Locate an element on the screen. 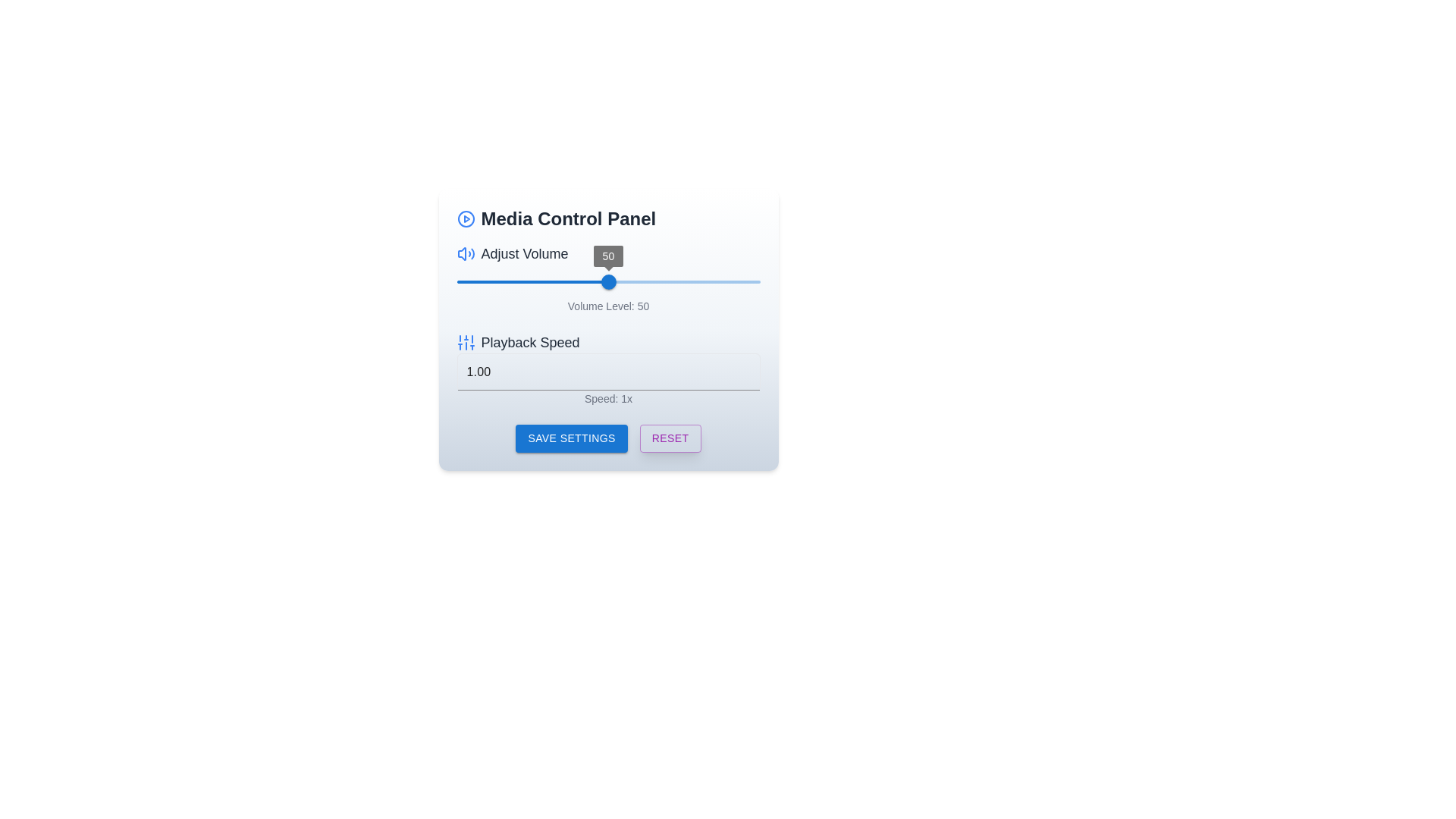 The width and height of the screenshot is (1456, 819). the volume level is located at coordinates (680, 281).